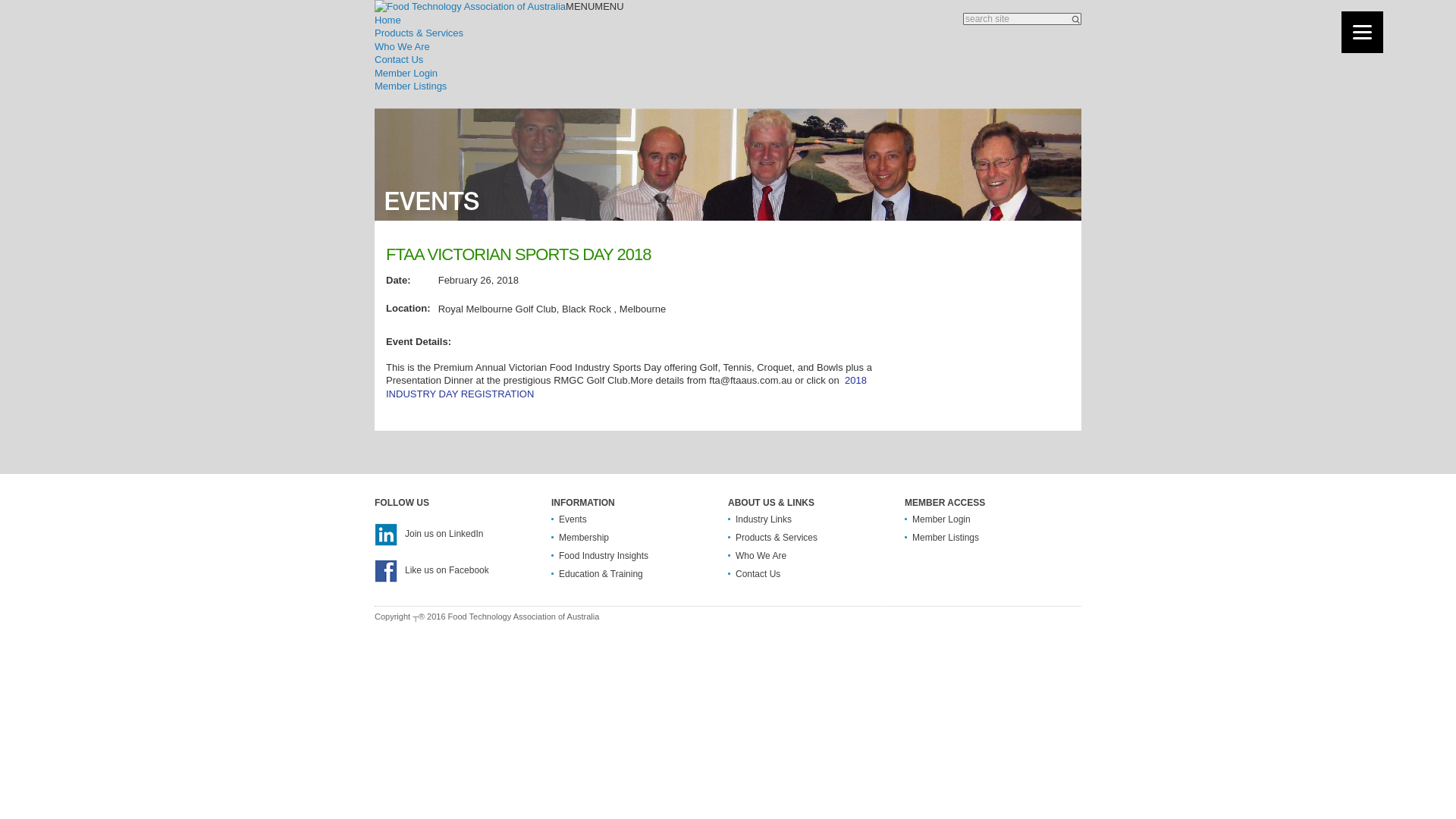 This screenshot has height=819, width=1456. I want to click on 'Contact Us', so click(399, 58).